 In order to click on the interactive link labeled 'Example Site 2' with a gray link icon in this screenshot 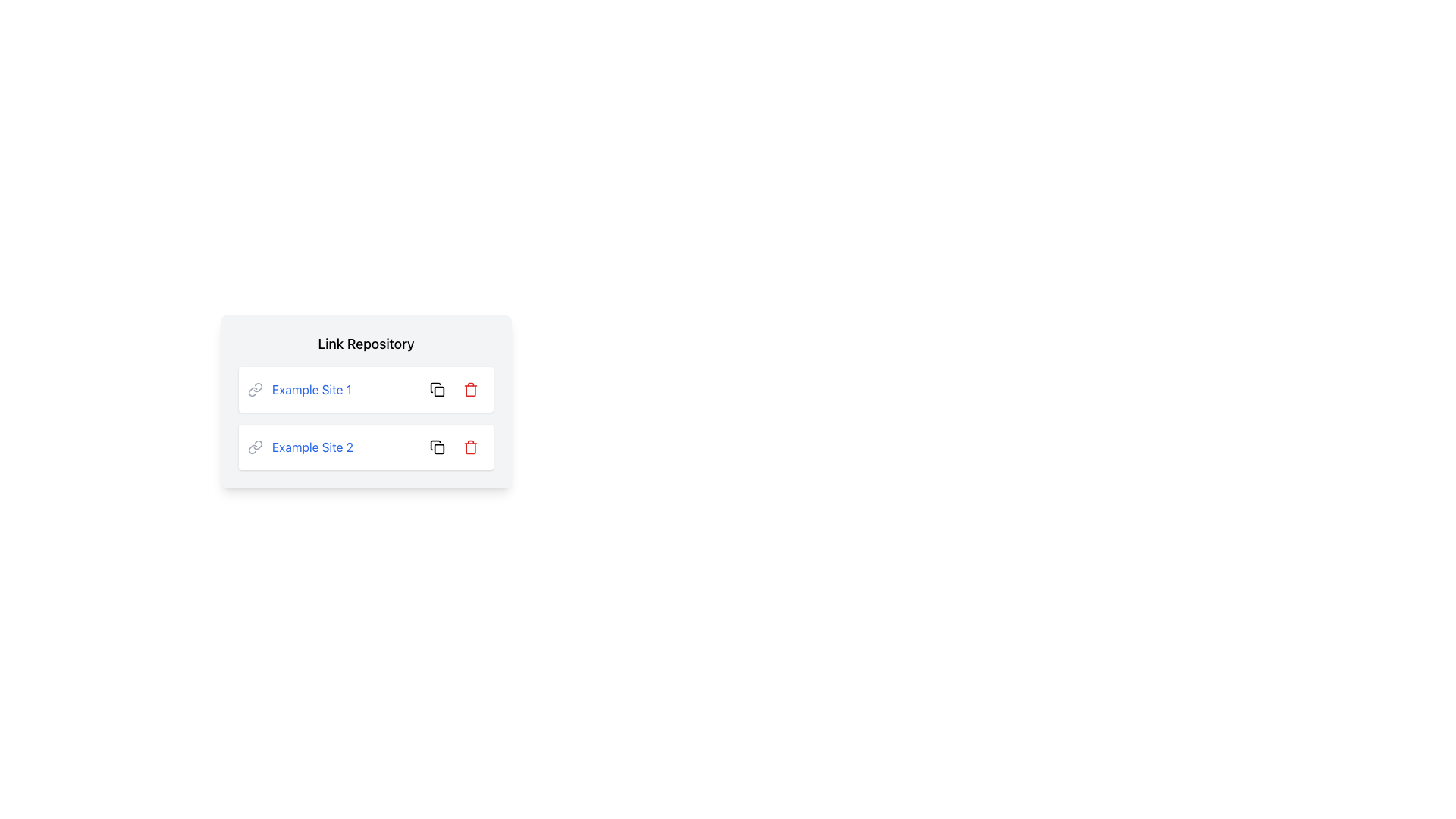, I will do `click(300, 447)`.